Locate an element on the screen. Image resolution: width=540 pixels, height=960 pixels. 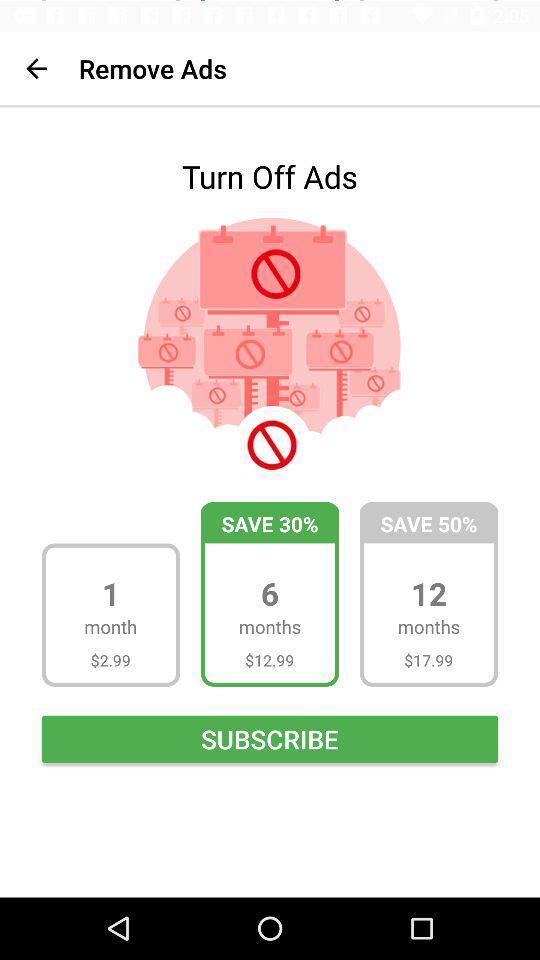
subscribe item is located at coordinates (270, 737).